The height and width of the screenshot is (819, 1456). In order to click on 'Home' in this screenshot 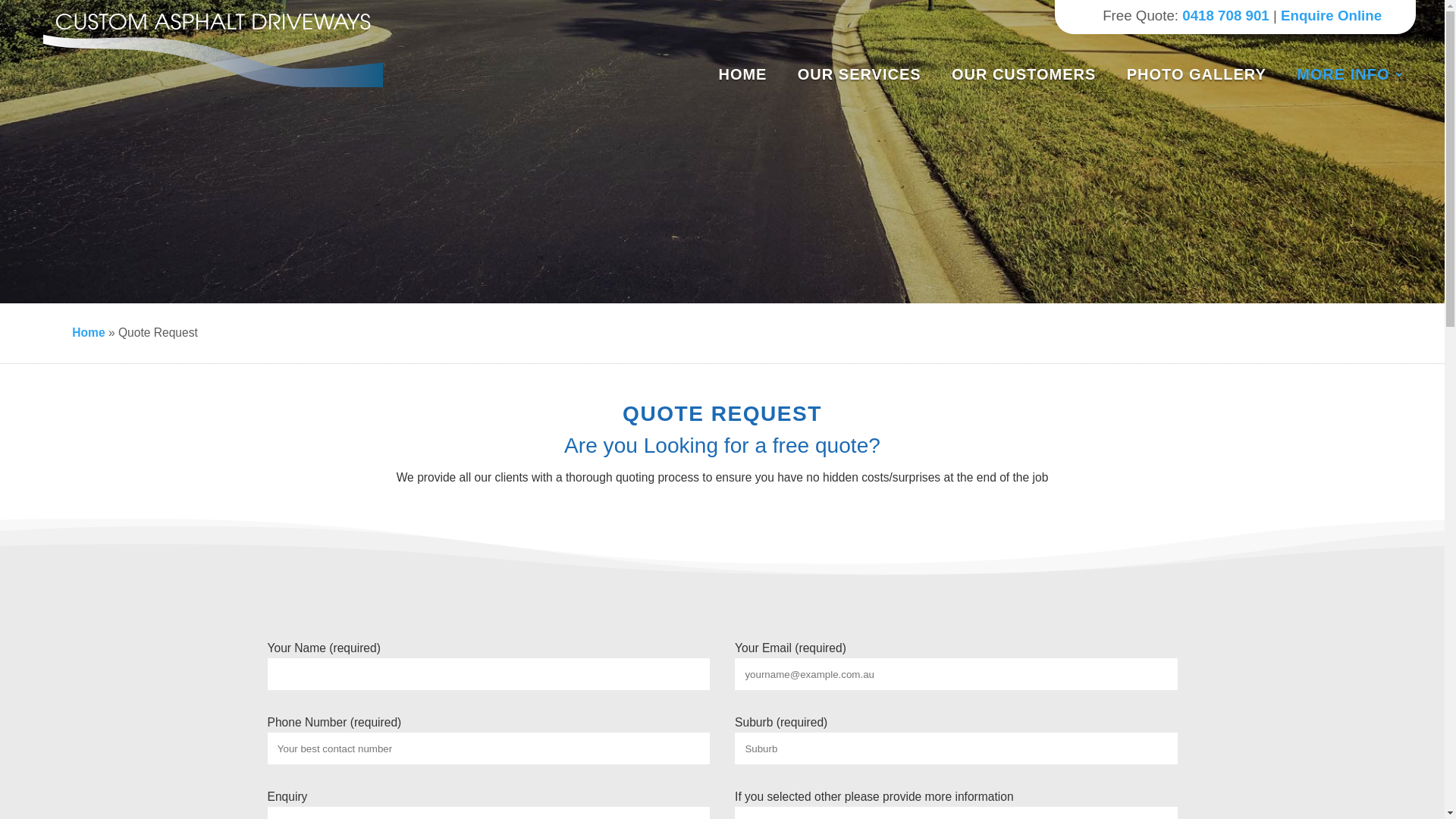, I will do `click(87, 331)`.